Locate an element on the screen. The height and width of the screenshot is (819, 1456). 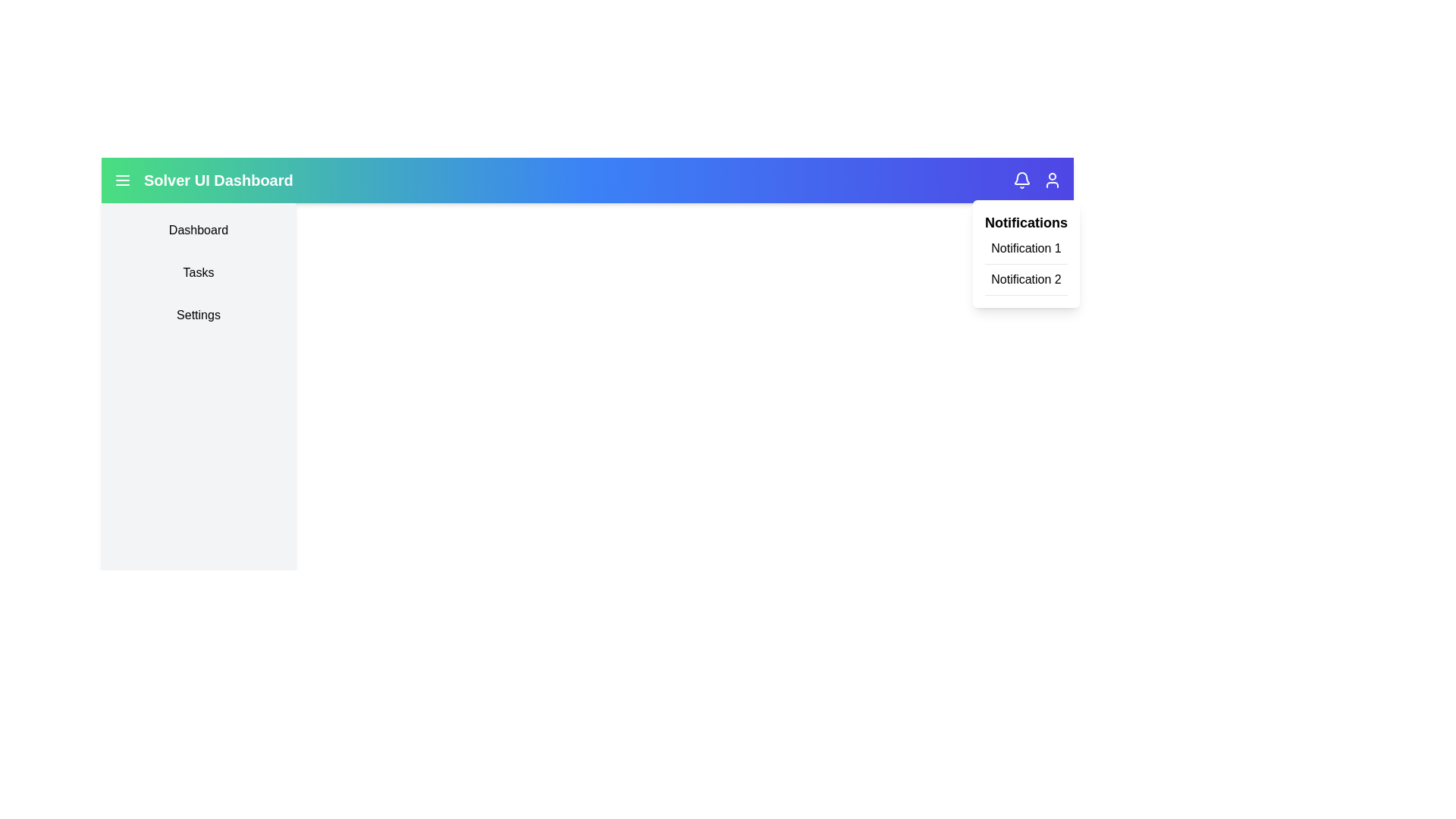
the notification panel located at the top-right portion of the interface, immediately below the user profile and notification icons is located at coordinates (1026, 253).